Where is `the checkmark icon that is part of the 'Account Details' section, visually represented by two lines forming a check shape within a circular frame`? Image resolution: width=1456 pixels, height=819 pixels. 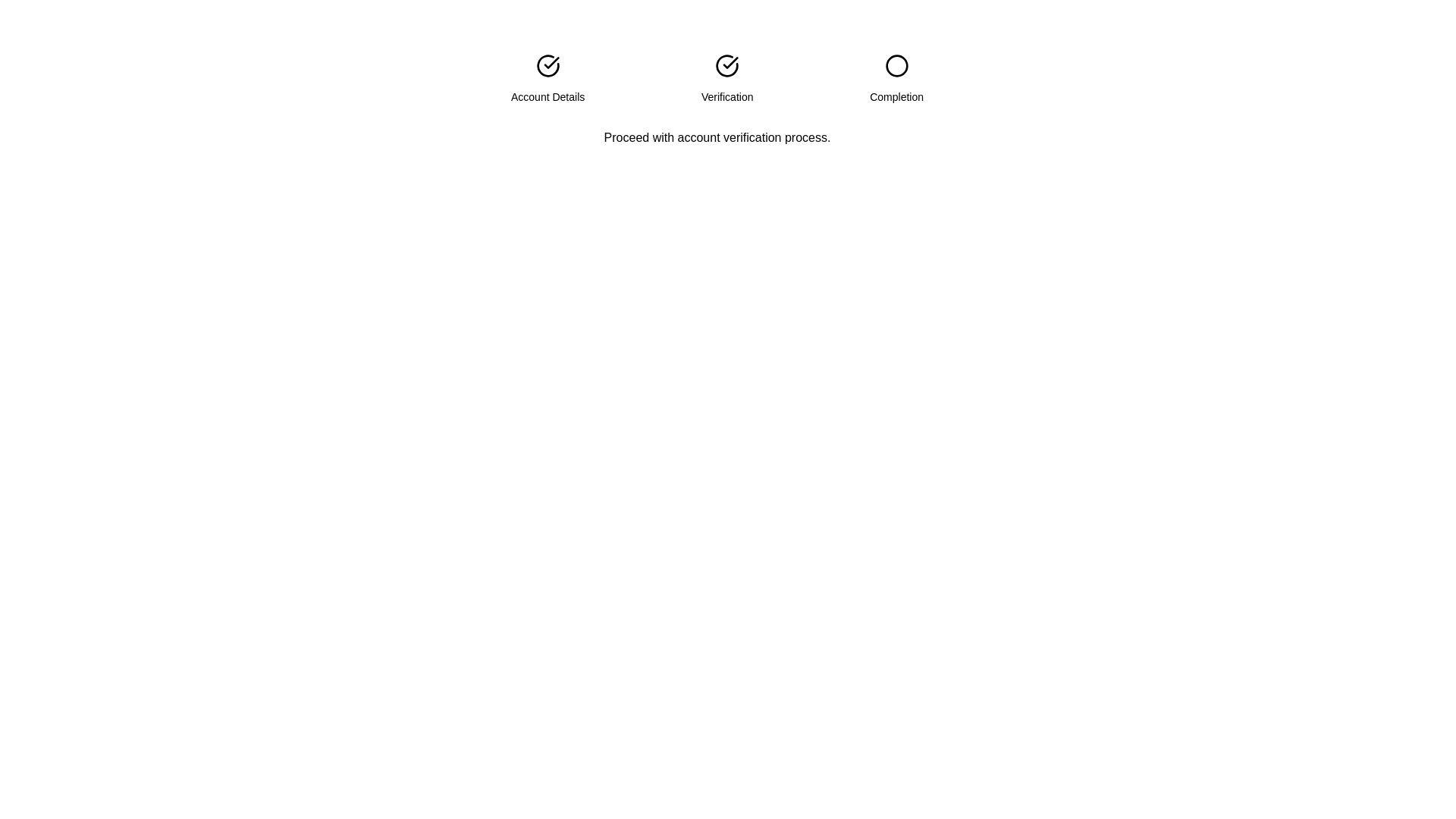 the checkmark icon that is part of the 'Account Details' section, visually represented by two lines forming a check shape within a circular frame is located at coordinates (551, 62).